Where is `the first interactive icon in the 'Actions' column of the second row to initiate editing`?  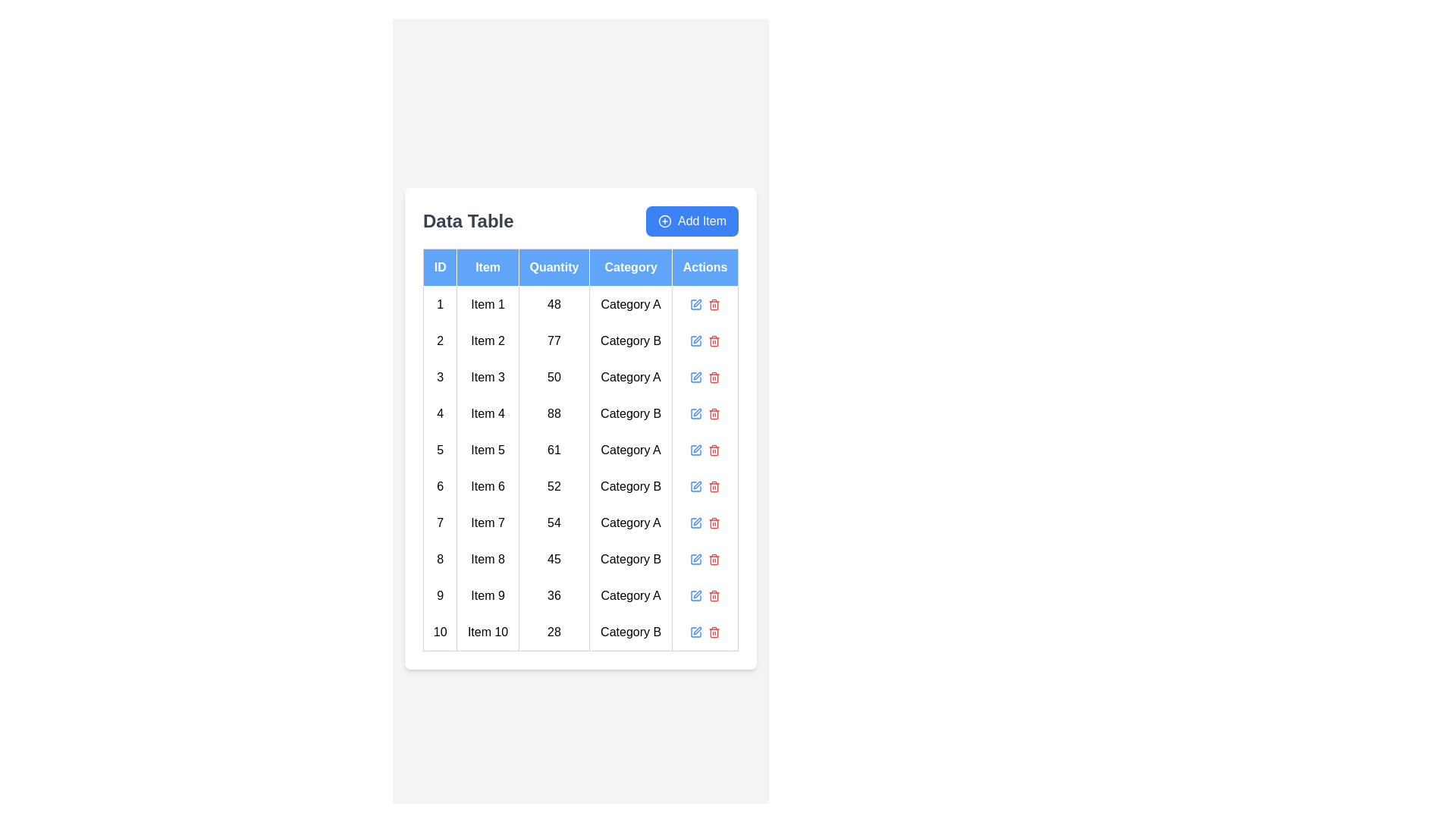 the first interactive icon in the 'Actions' column of the second row to initiate editing is located at coordinates (695, 340).